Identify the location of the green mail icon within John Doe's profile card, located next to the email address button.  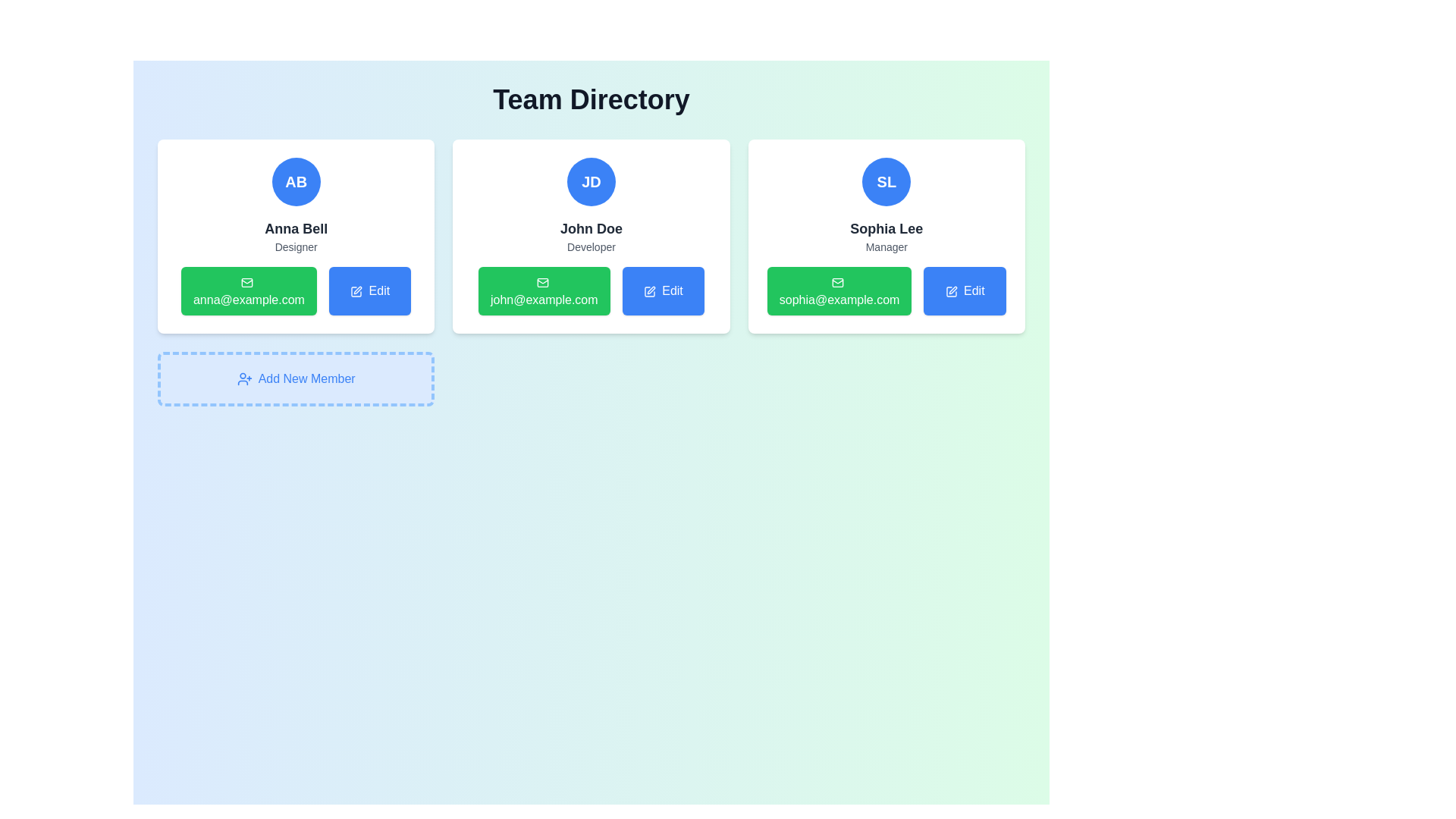
(542, 282).